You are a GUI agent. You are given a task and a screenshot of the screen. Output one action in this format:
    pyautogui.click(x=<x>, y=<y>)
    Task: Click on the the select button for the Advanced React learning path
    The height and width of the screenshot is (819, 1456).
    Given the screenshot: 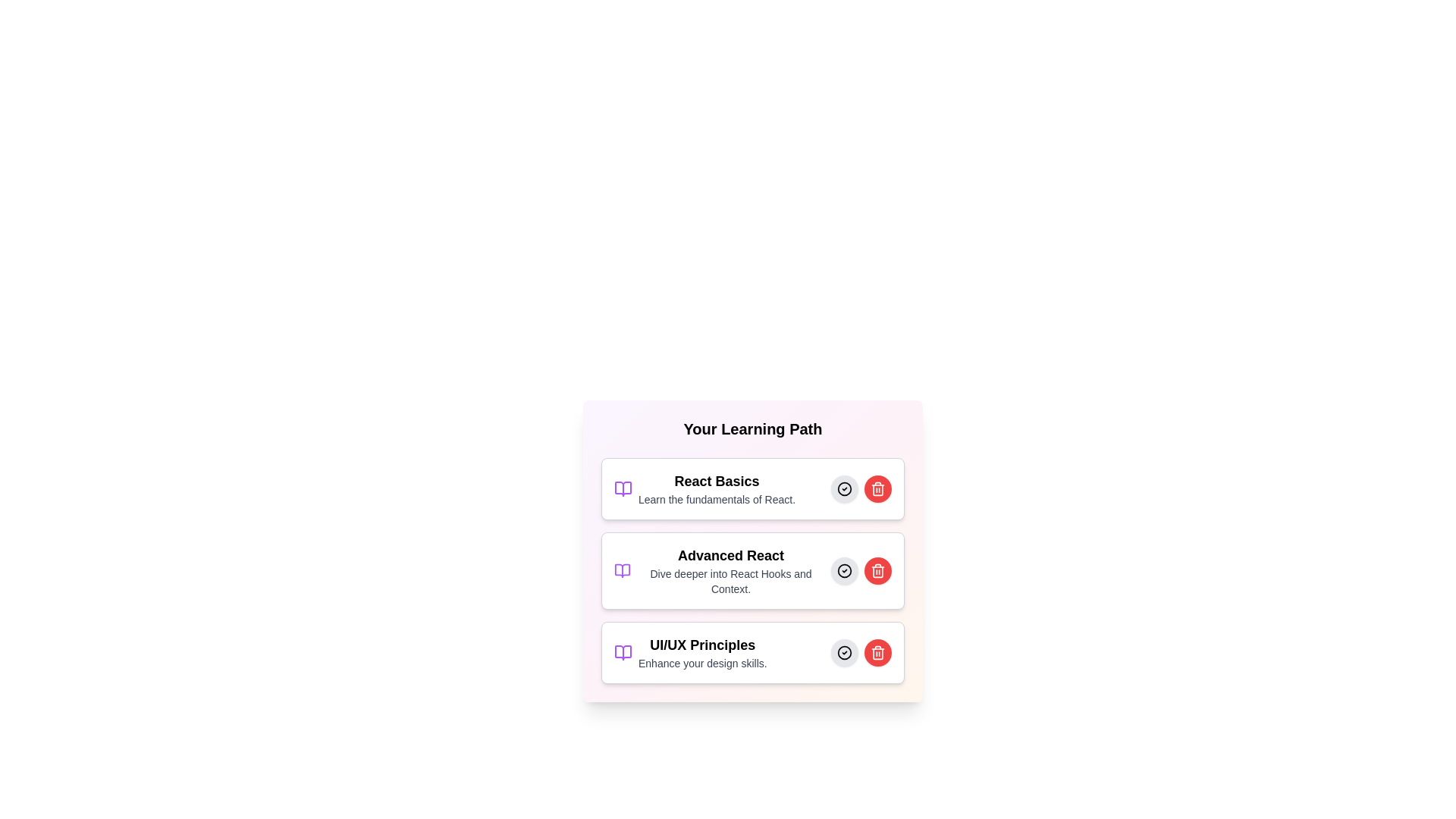 What is the action you would take?
    pyautogui.click(x=843, y=570)
    